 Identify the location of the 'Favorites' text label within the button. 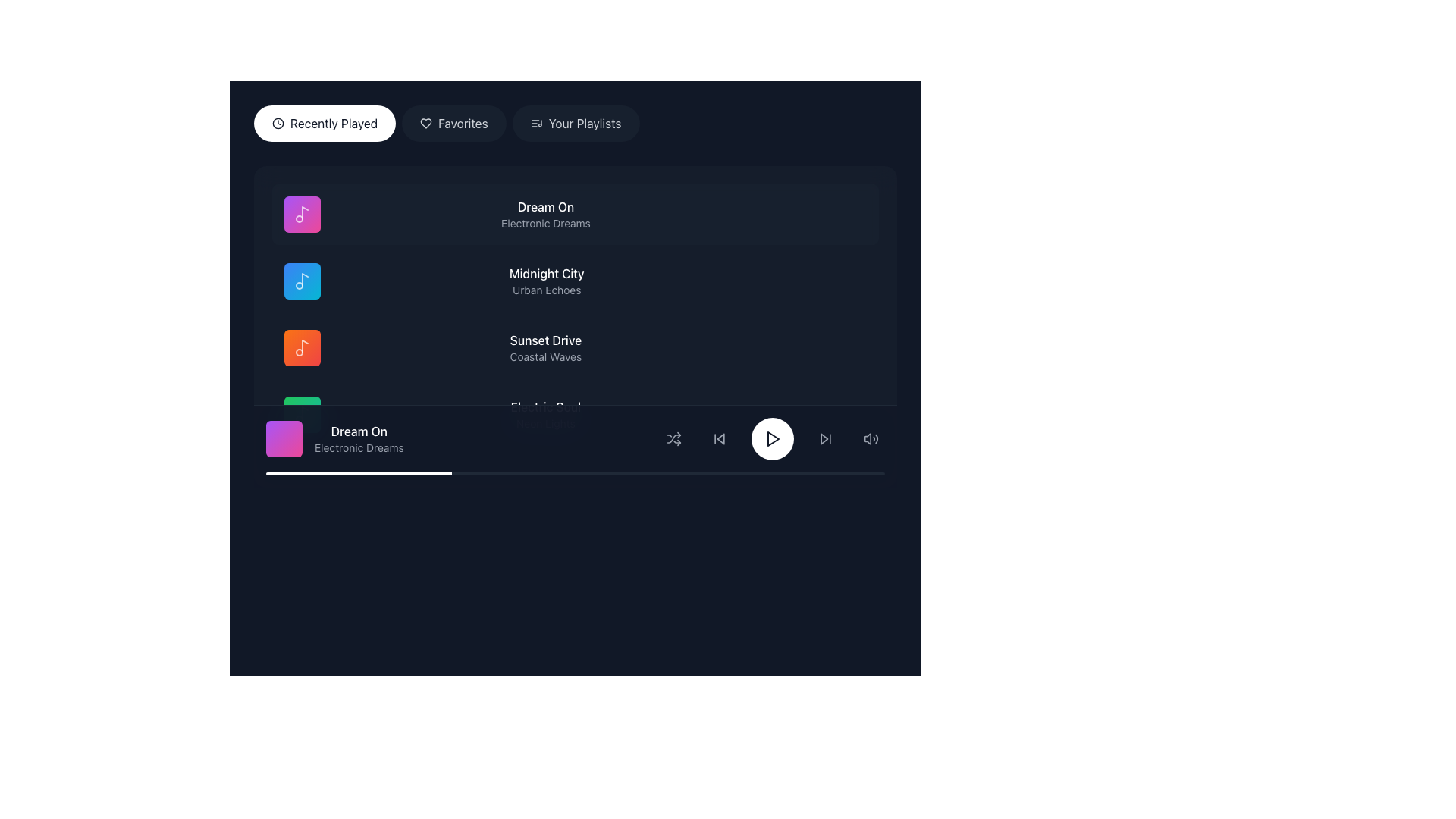
(462, 122).